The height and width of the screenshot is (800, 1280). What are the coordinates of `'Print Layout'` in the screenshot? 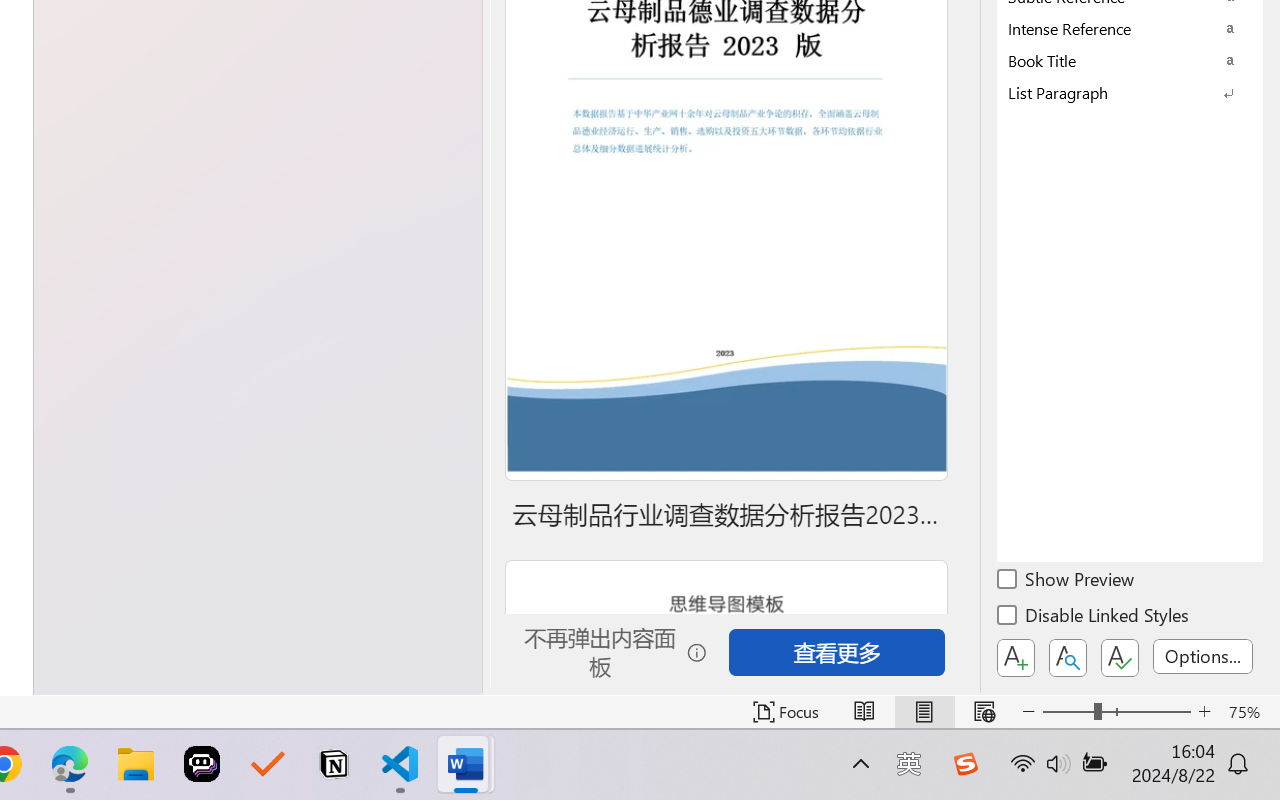 It's located at (923, 711).